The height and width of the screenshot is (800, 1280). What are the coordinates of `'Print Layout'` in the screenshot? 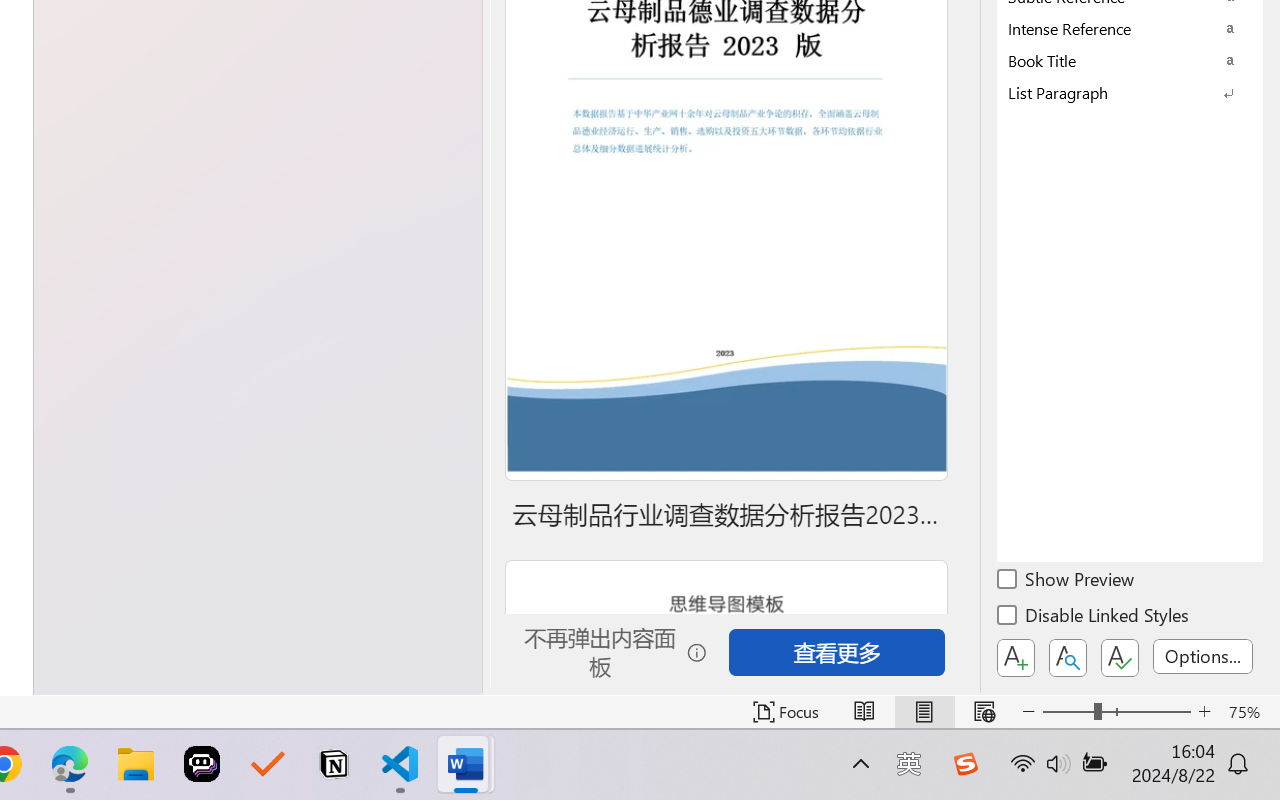 It's located at (923, 711).